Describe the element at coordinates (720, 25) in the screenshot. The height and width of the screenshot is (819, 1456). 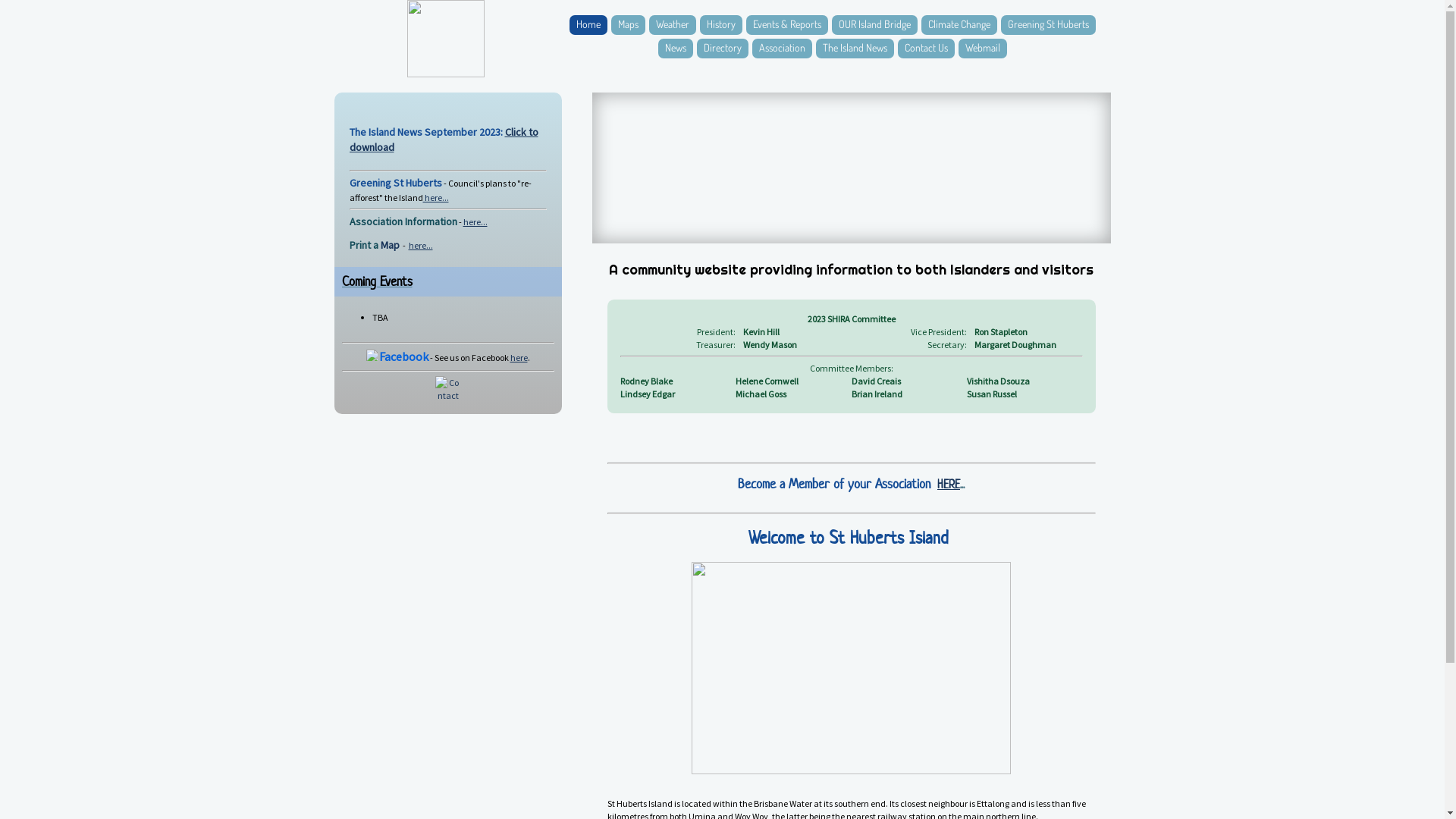
I see `'History'` at that location.